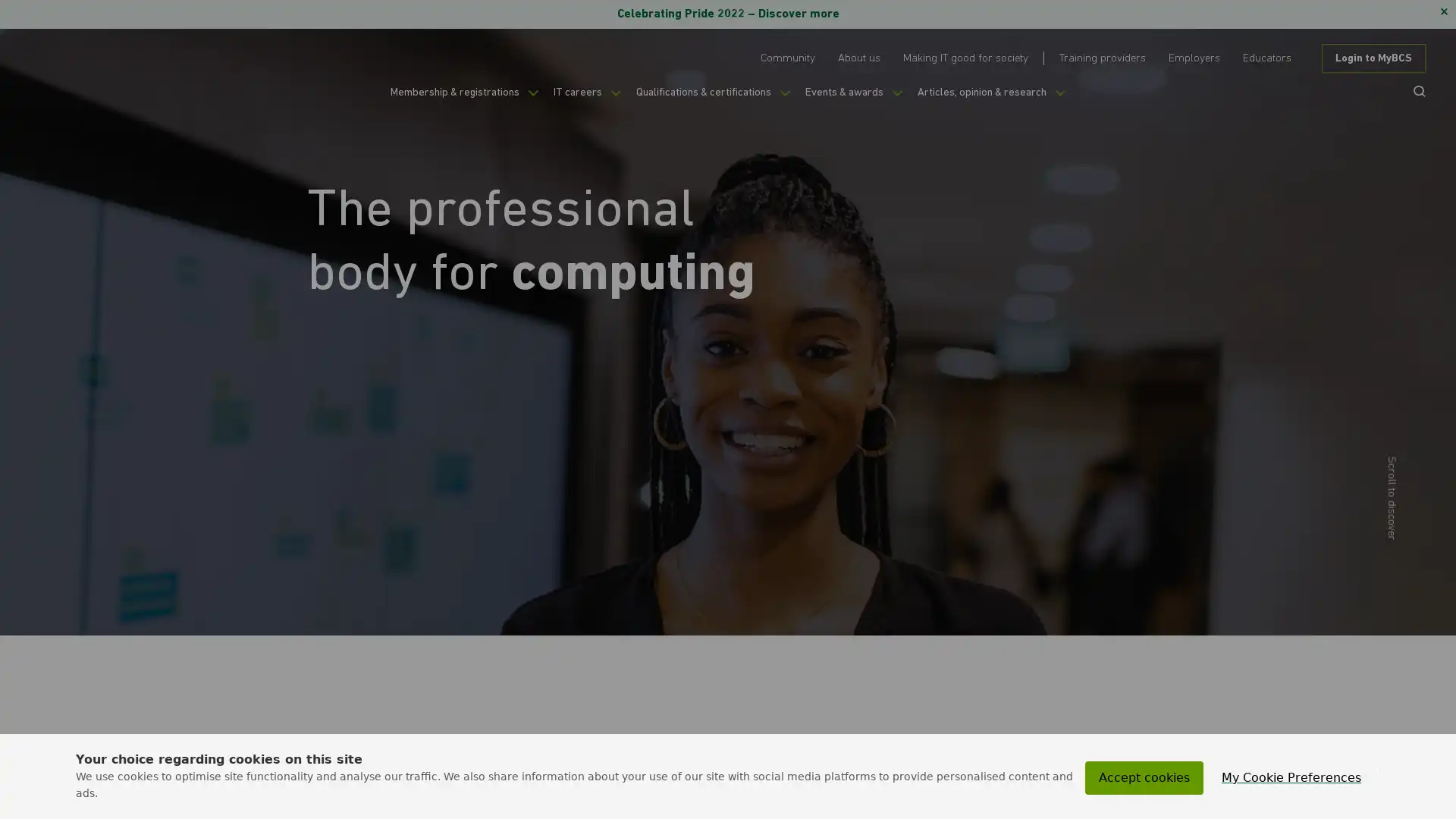  I want to click on Membership & registrations, so click(437, 100).